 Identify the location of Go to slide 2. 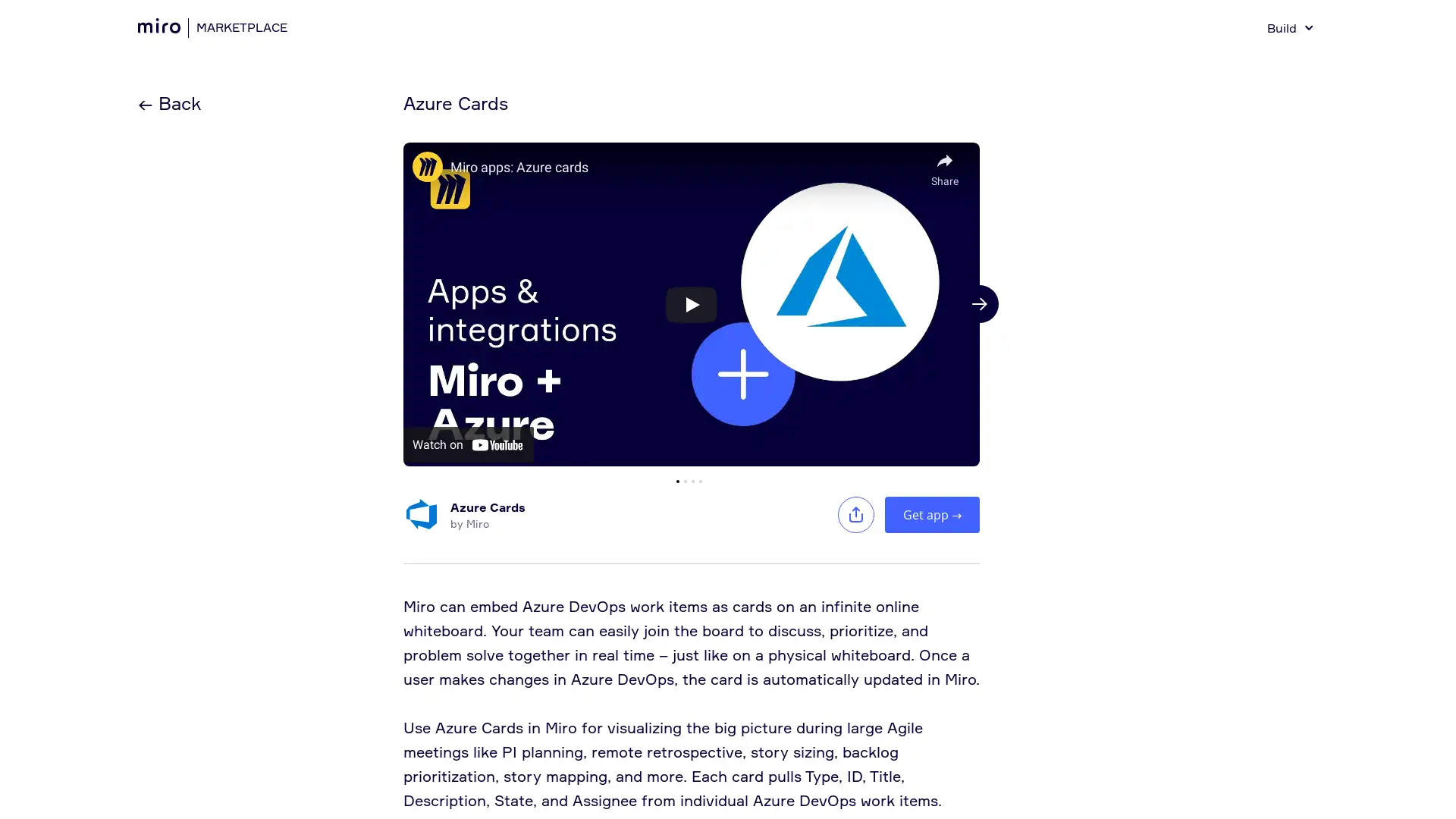
(684, 480).